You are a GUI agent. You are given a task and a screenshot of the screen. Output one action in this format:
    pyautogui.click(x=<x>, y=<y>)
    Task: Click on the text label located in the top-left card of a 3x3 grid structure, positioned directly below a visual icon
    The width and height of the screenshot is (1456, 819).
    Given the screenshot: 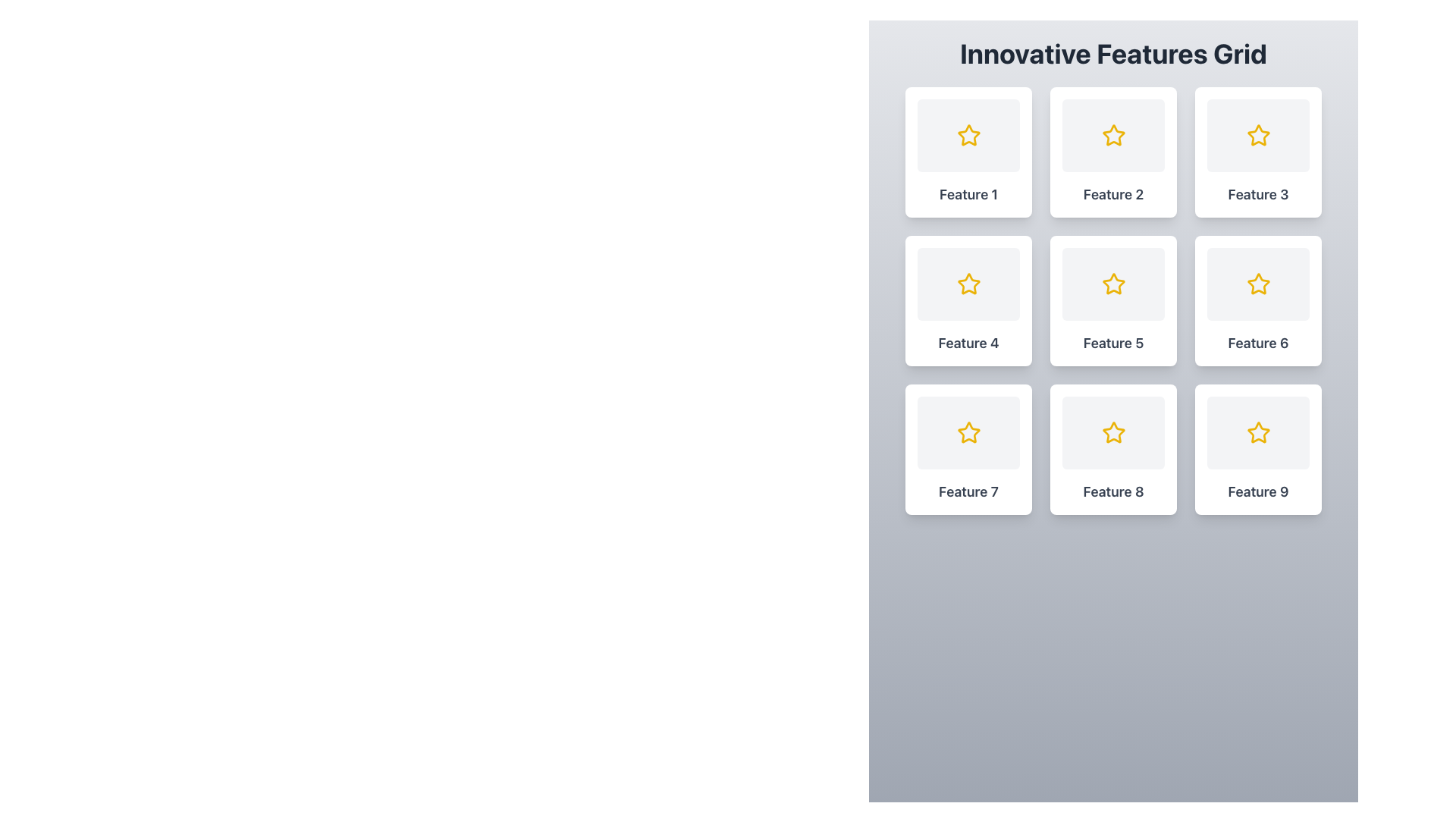 What is the action you would take?
    pyautogui.click(x=968, y=194)
    